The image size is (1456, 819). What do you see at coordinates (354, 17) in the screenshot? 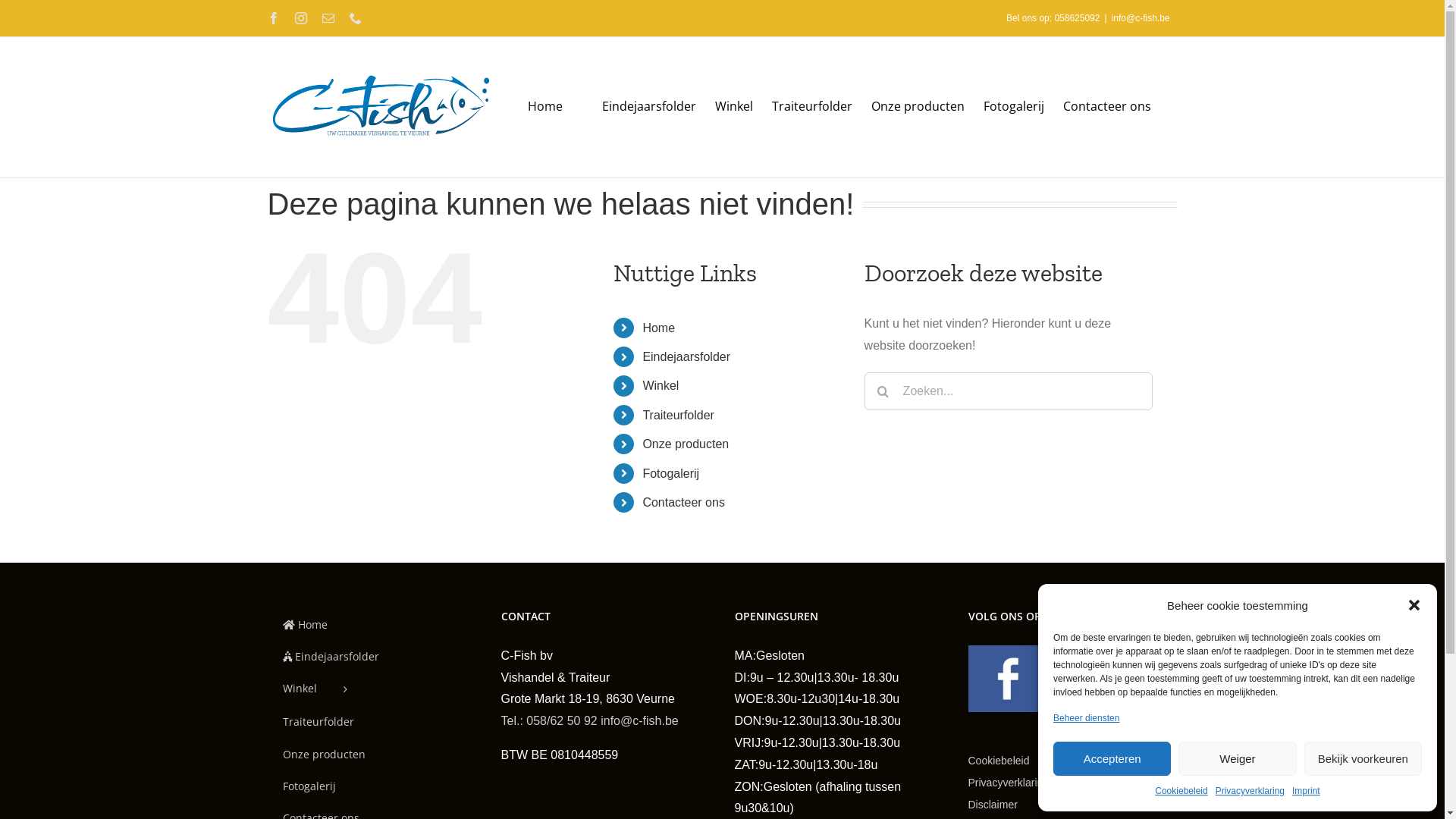
I see `'Phone'` at bounding box center [354, 17].